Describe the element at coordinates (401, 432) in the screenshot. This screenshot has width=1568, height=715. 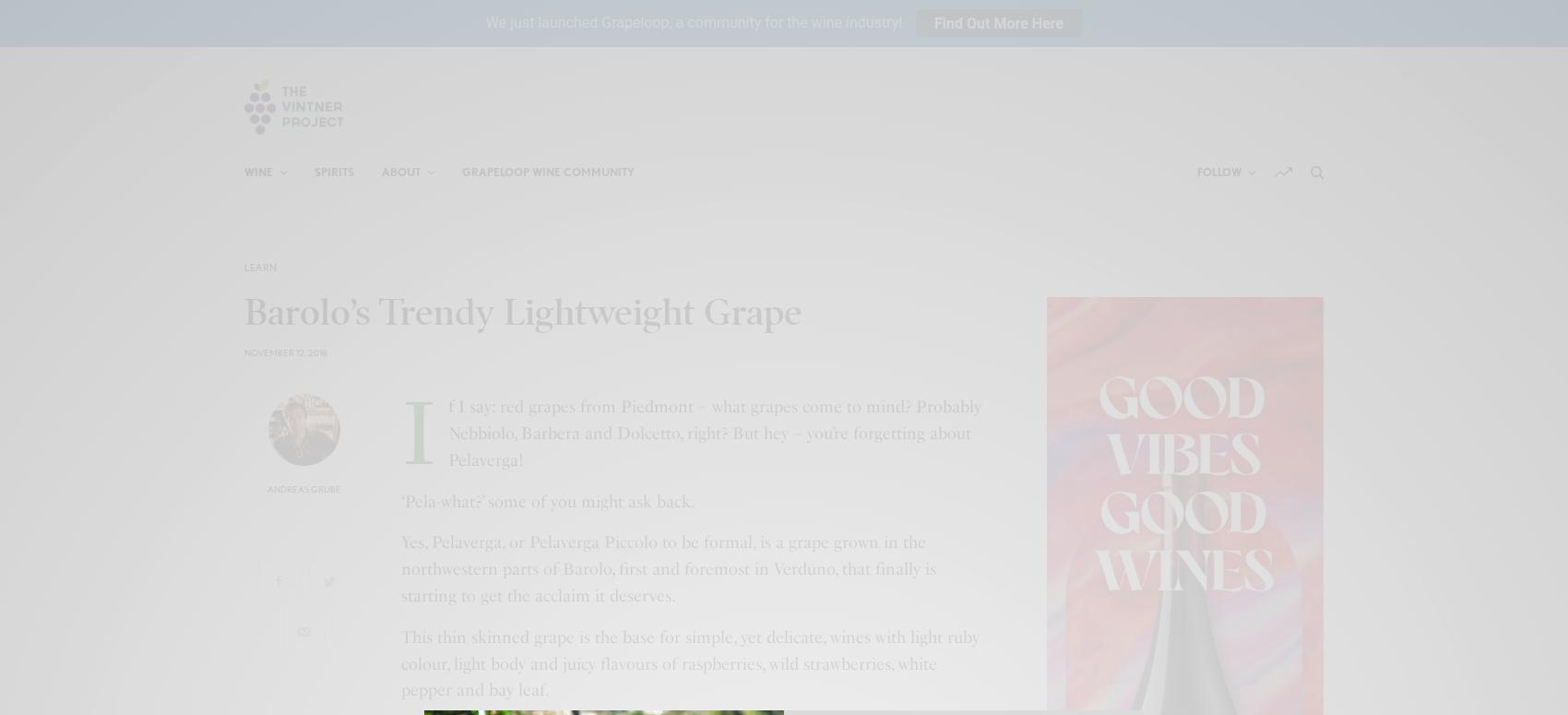
I see `'If I say: red grapes from Piedmont – what grapes come to mind? Probably Nebbiolo, Barbera and Dolcetto, right? But hey – you’re forgetting about Pelaverga!'` at that location.